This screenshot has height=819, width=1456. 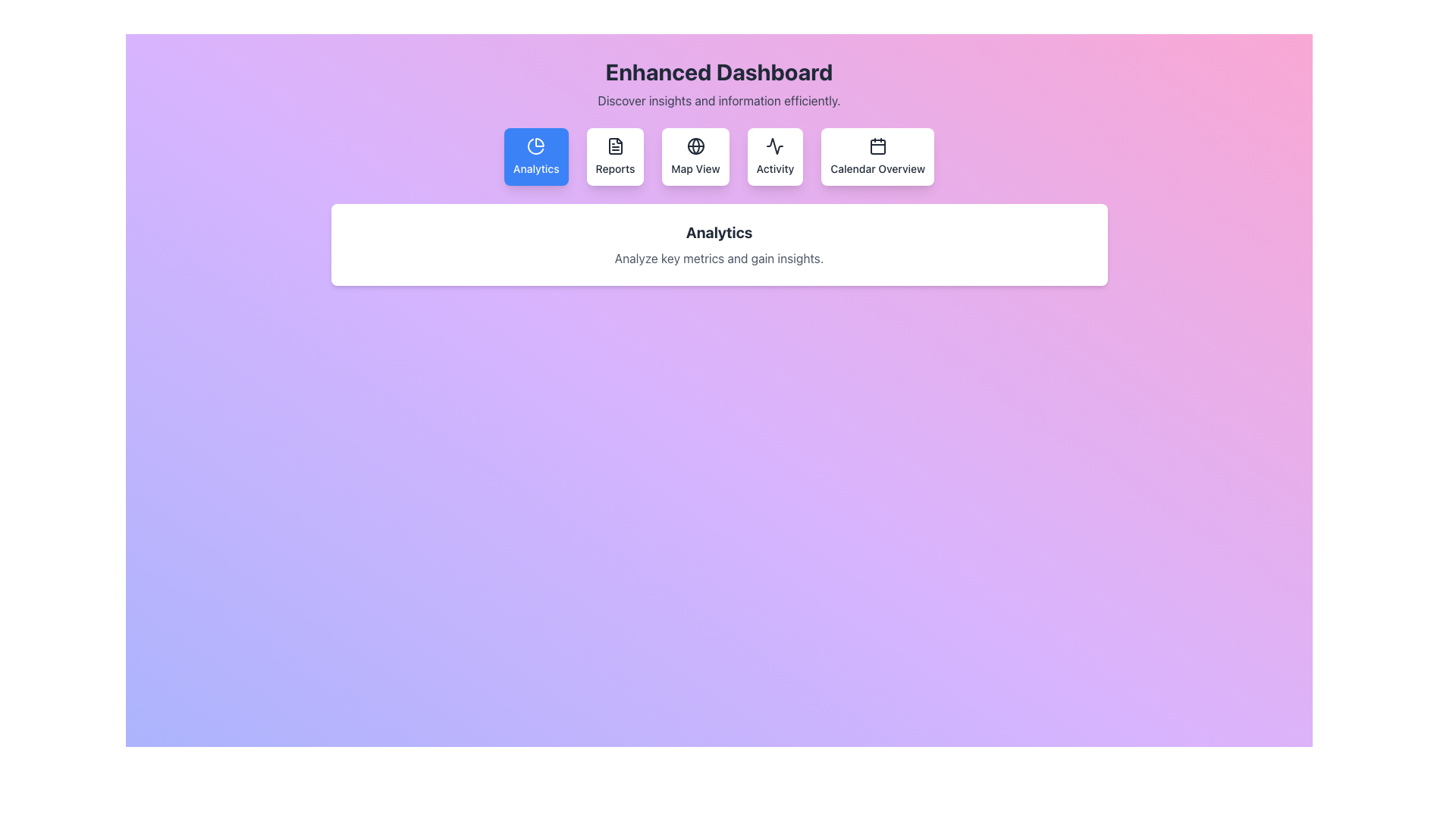 What do you see at coordinates (695, 146) in the screenshot?
I see `the 'Map View' icon, which is the third actionable button in the top feature selection row, positioned between the 'Reports' and 'Activity' buttons` at bounding box center [695, 146].